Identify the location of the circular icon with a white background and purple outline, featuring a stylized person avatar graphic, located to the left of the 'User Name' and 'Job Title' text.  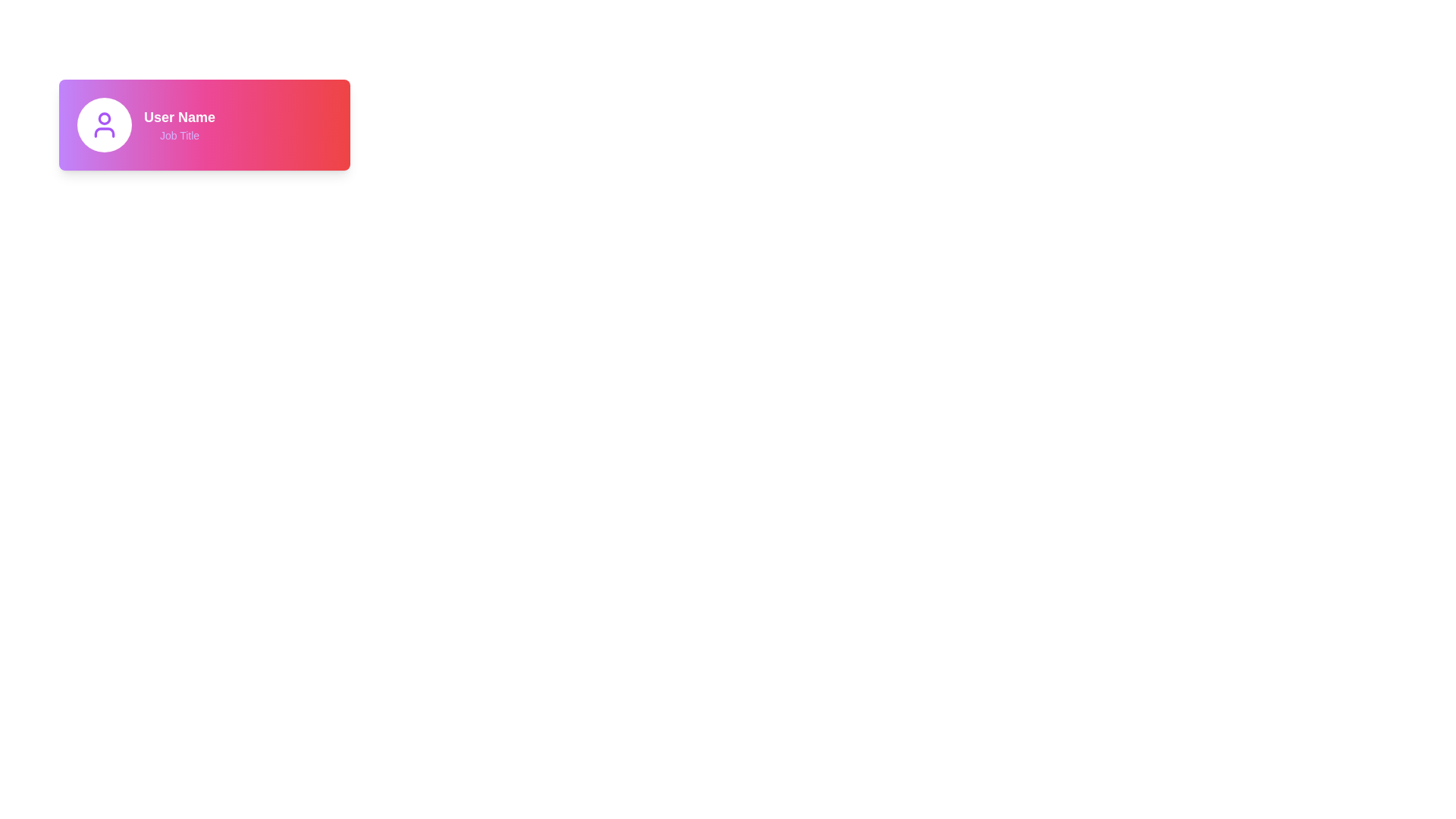
(104, 124).